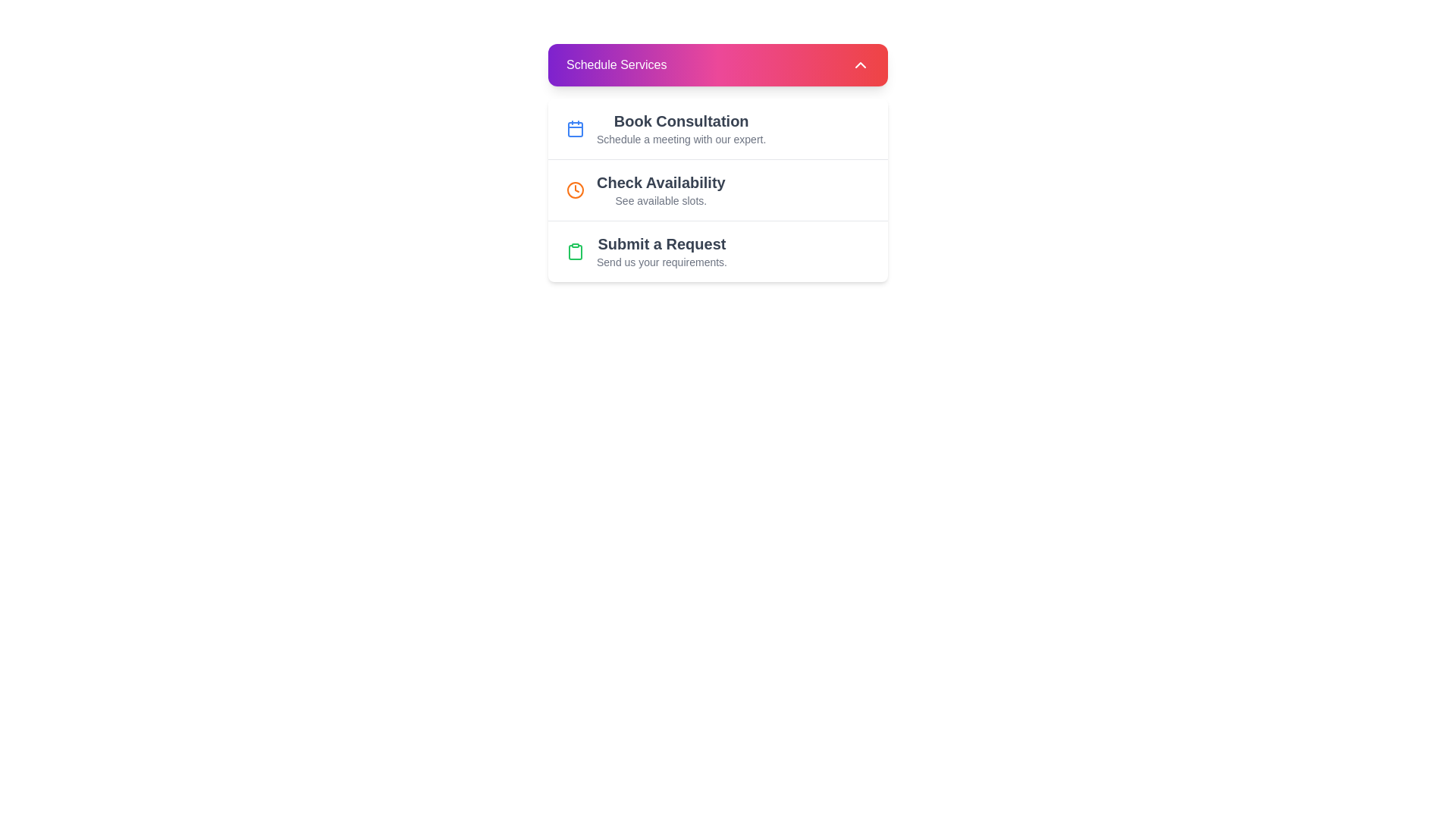  I want to click on the Navigation menu item that allows users to submit a user request via tab navigation, so click(717, 250).